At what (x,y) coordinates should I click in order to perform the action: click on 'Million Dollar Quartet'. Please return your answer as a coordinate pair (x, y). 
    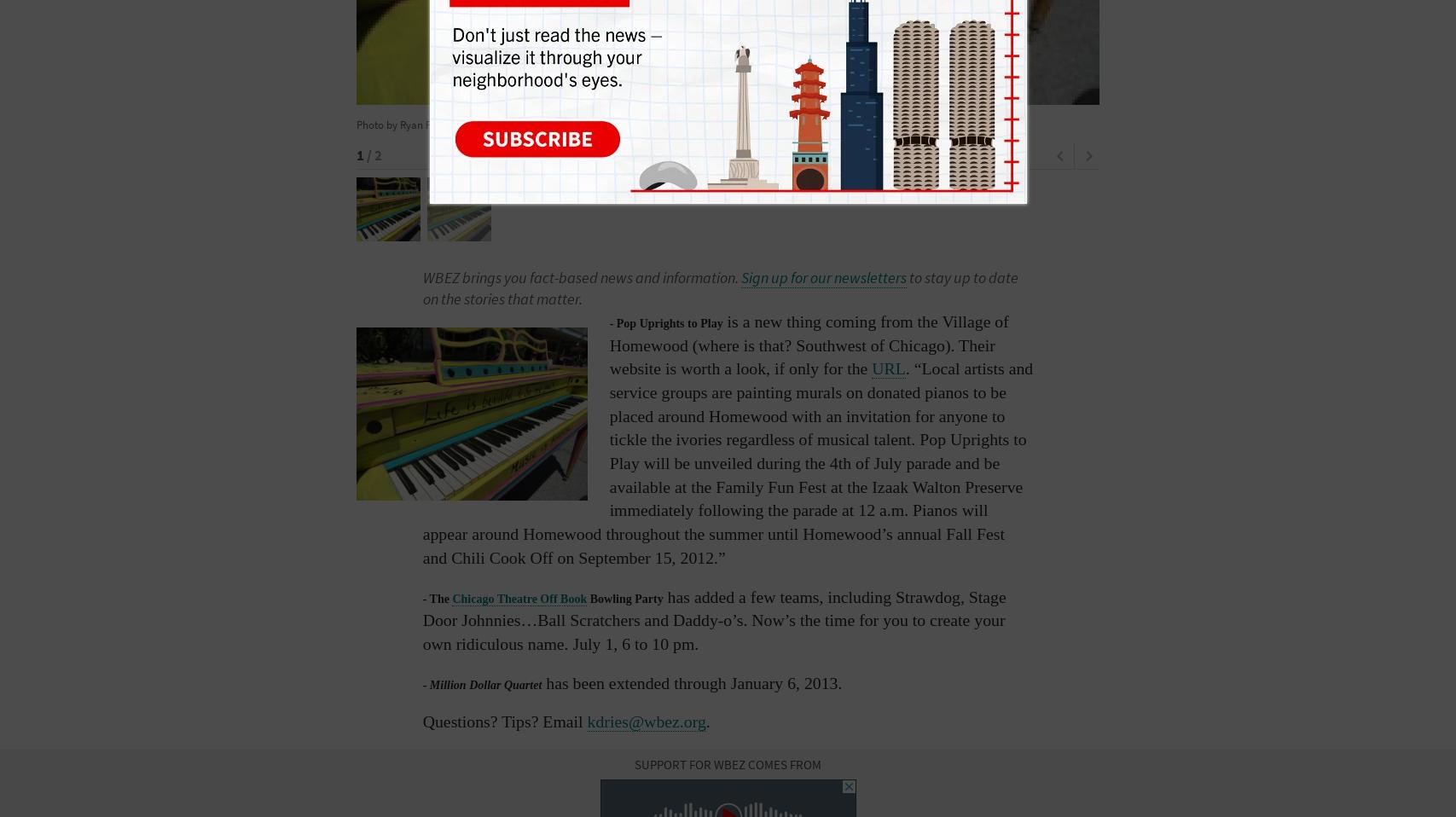
    Looking at the image, I should click on (484, 683).